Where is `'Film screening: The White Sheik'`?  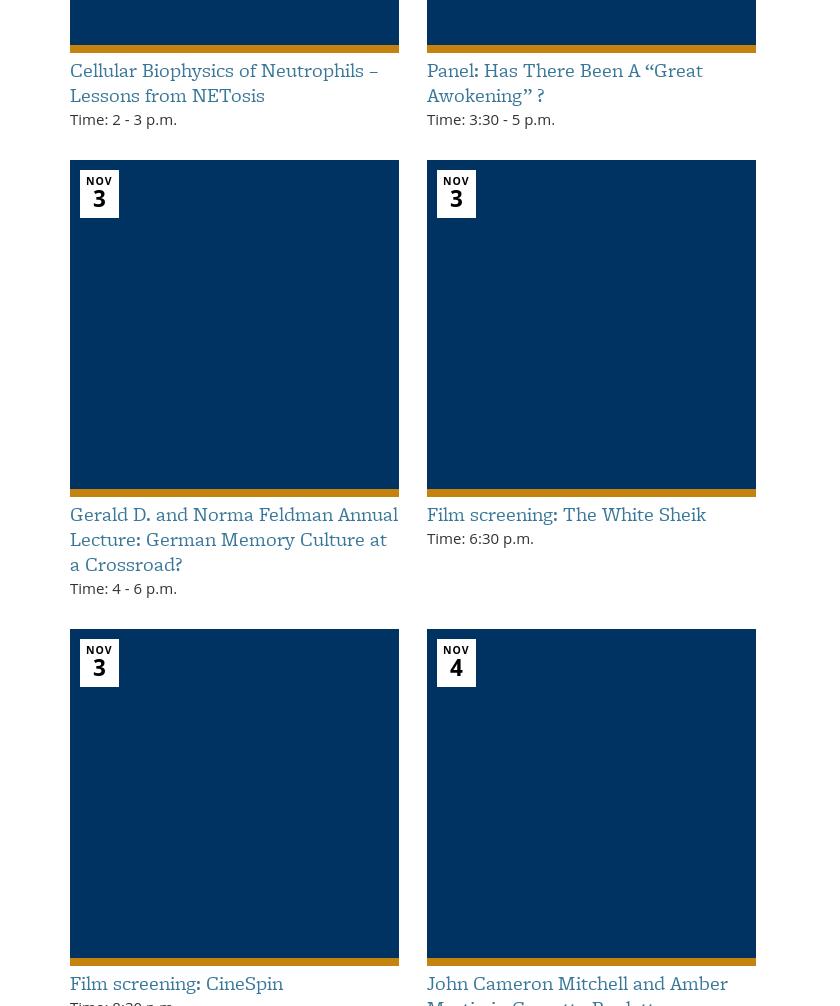
'Film screening: The White Sheik' is located at coordinates (566, 512).